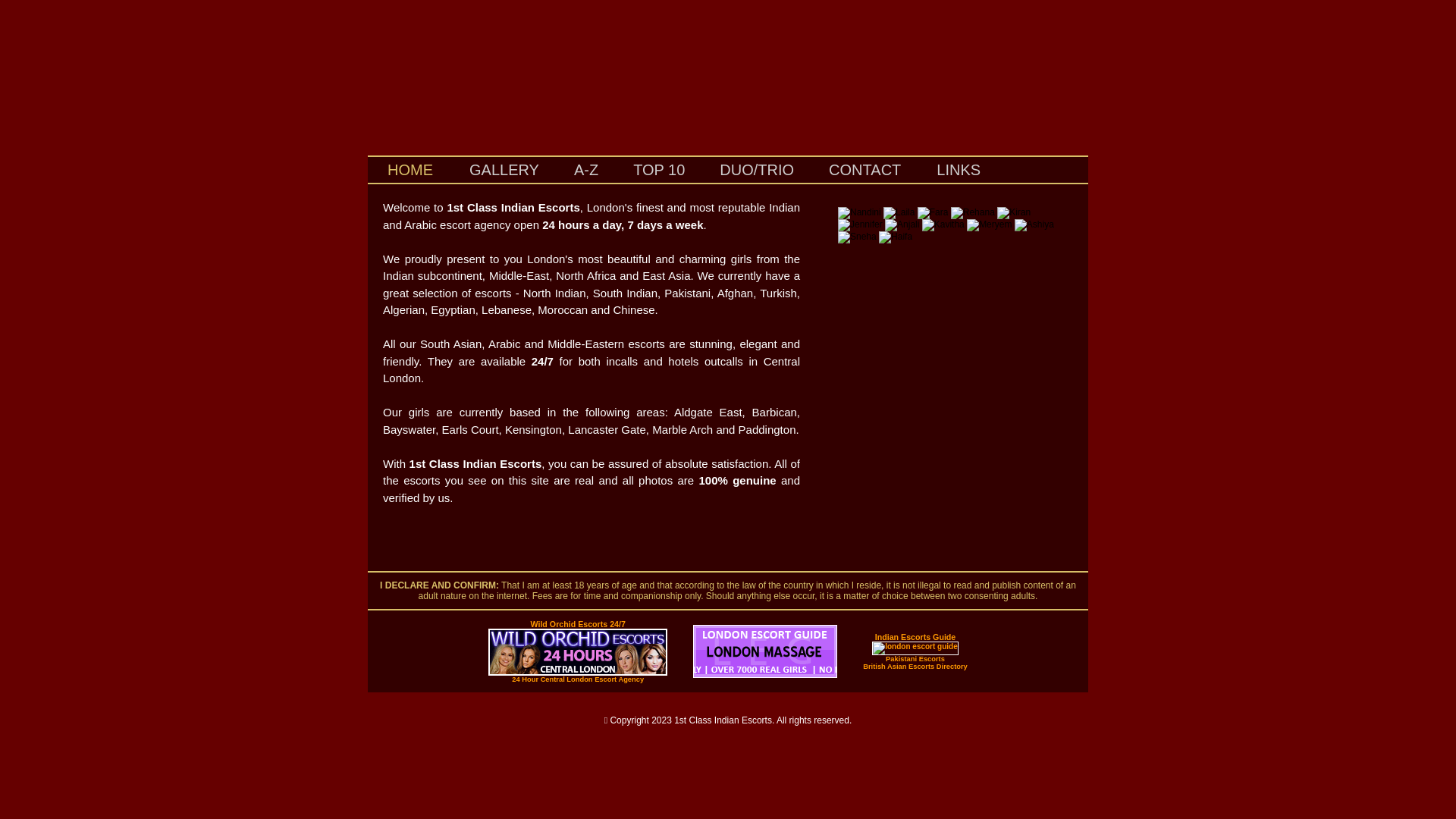  I want to click on 'GALLERY', so click(504, 171).